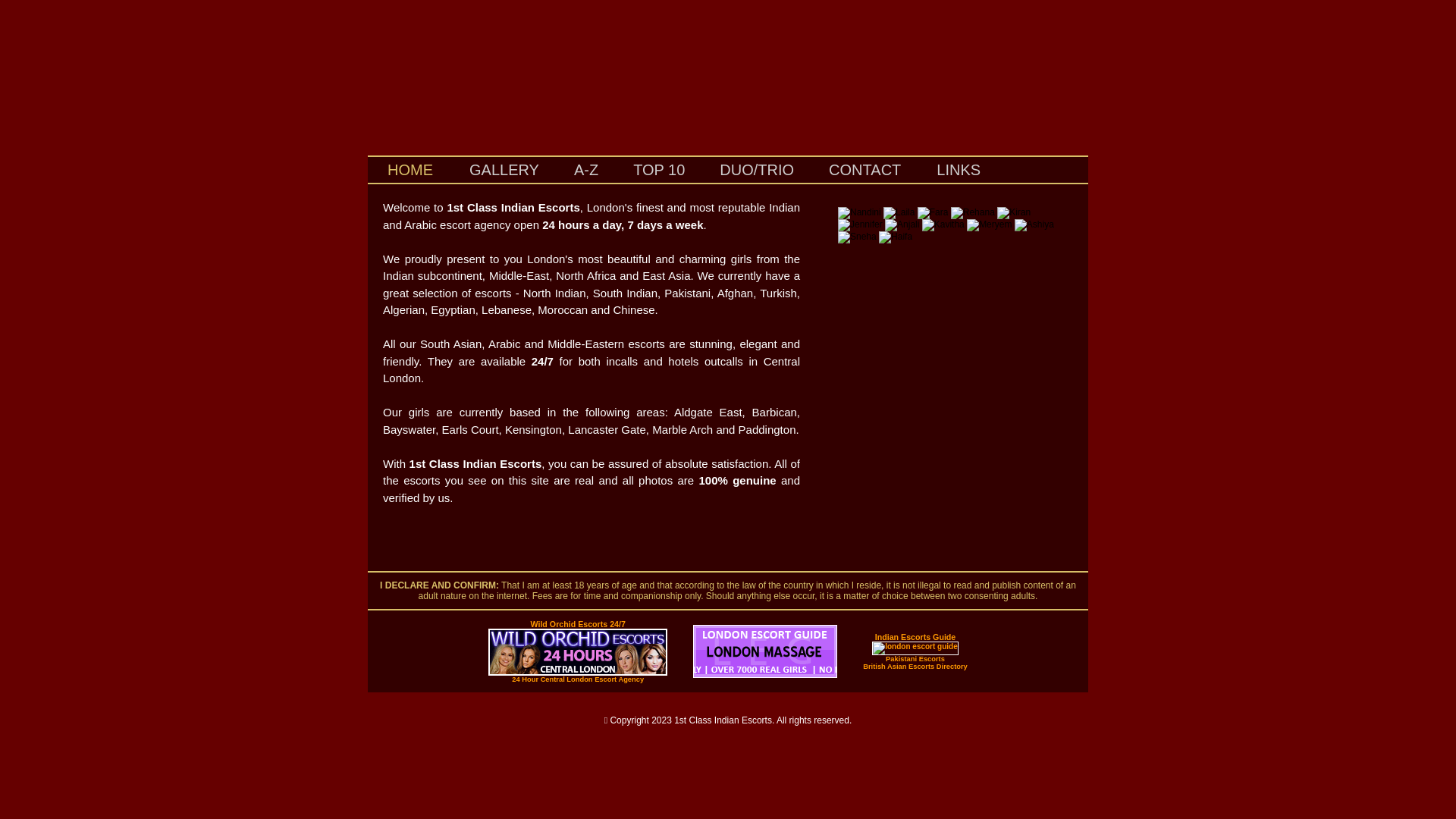  I want to click on 'GALLERY', so click(504, 171).